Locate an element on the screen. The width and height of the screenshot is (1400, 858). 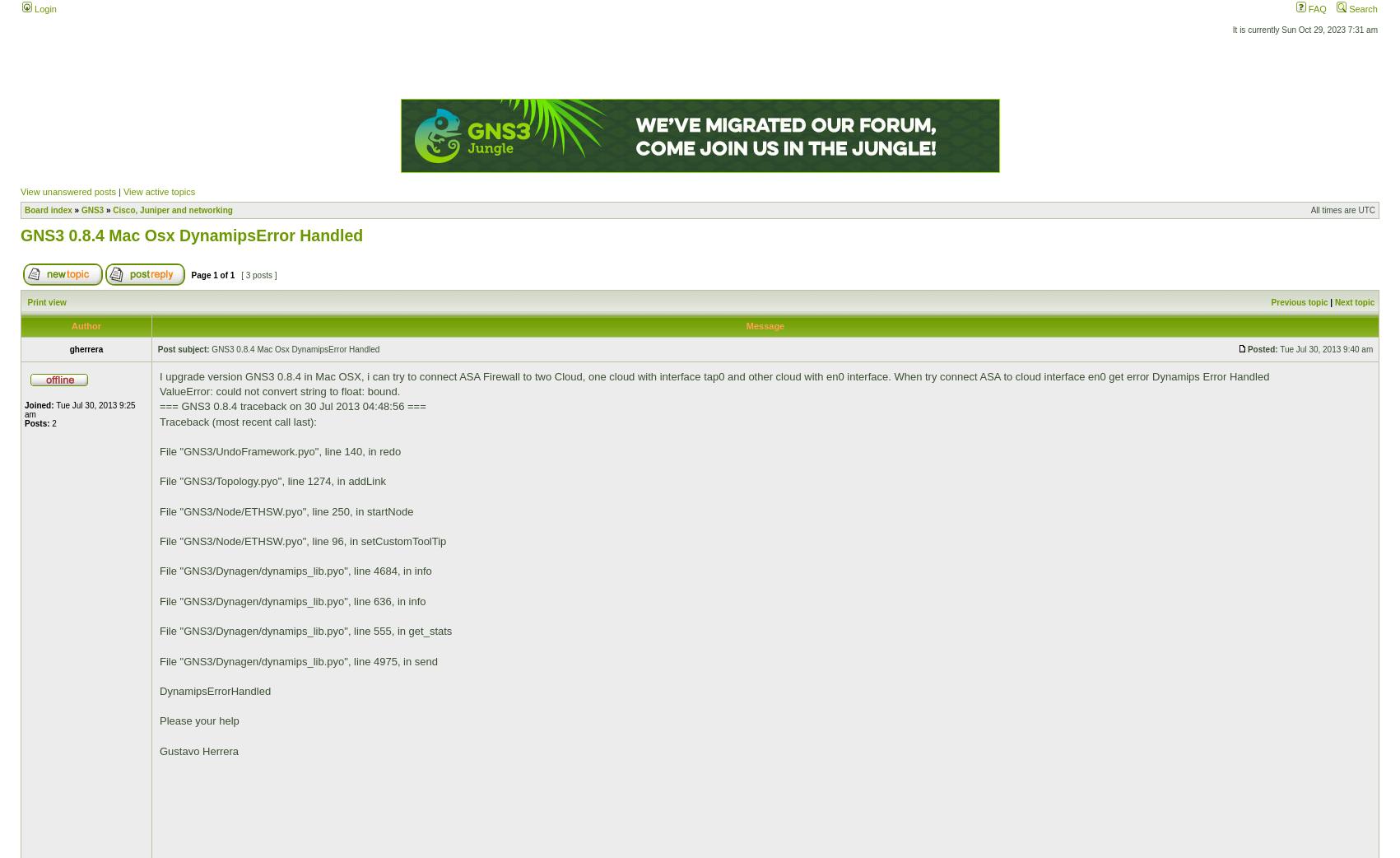
'All times are UTC' is located at coordinates (1309, 209).